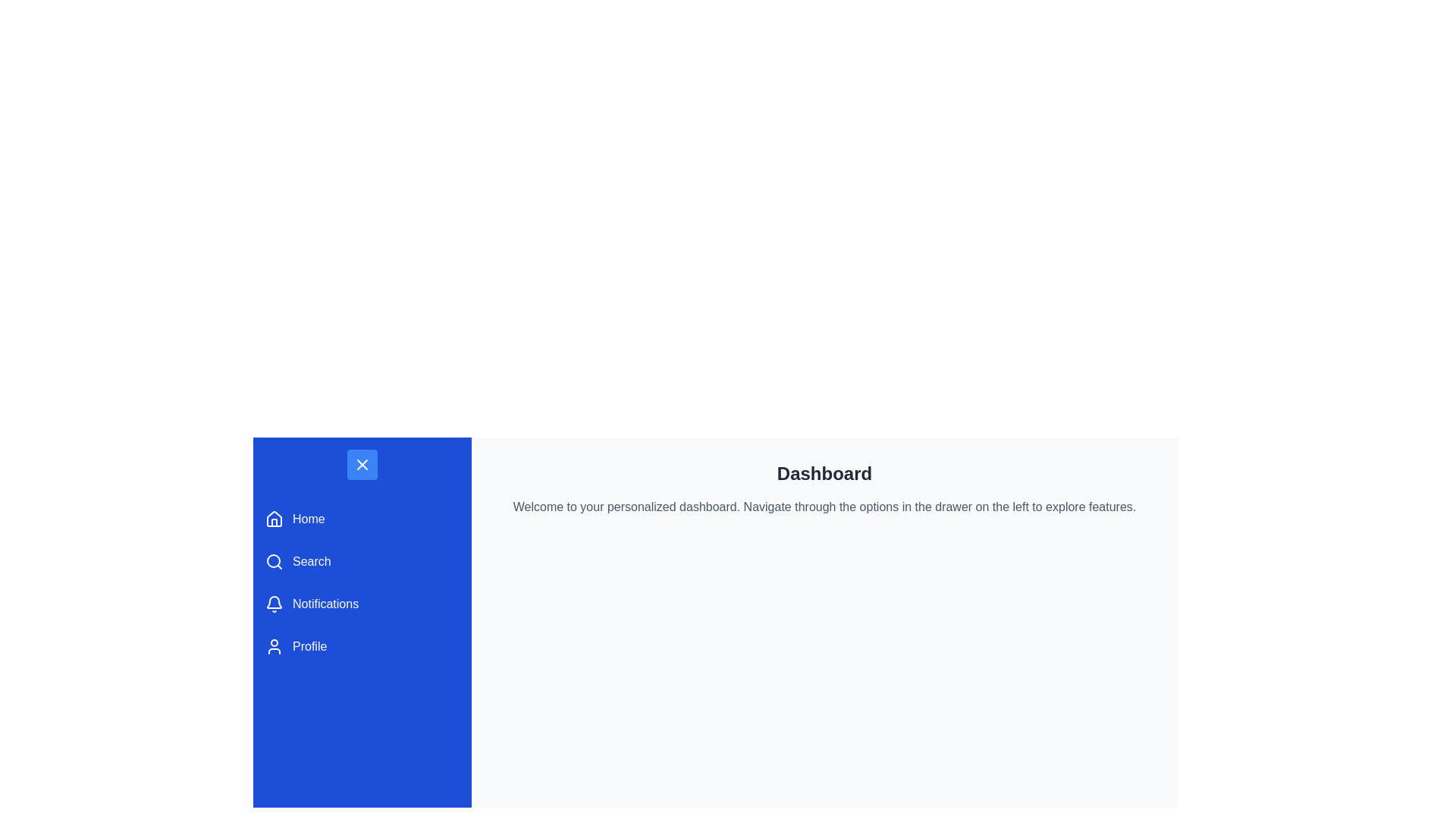  What do you see at coordinates (274, 561) in the screenshot?
I see `the magnifying glass icon located in the left-side menu panel to the immediate left of the text 'Search' to initiate the search function` at bounding box center [274, 561].